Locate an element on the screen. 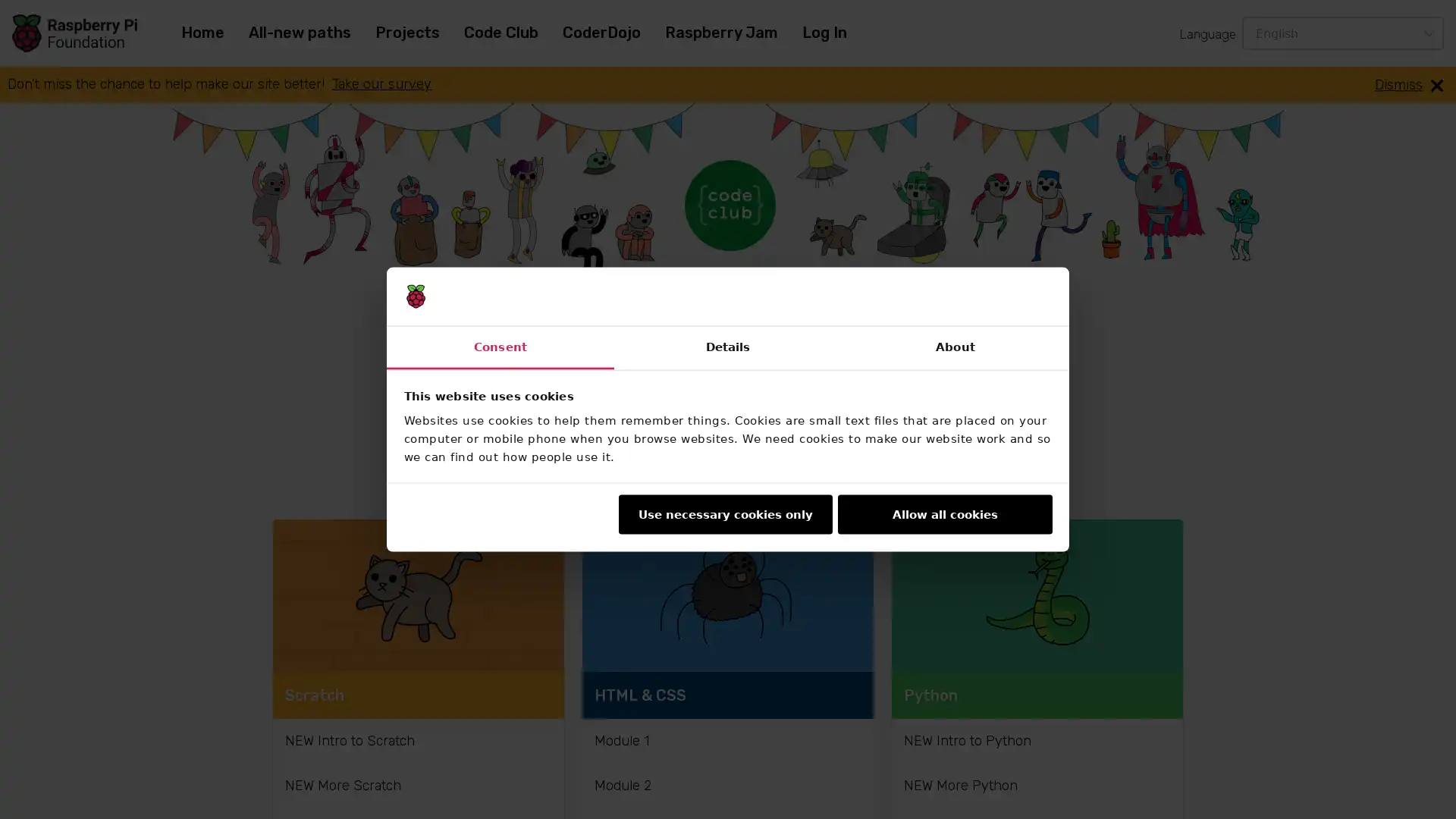 The width and height of the screenshot is (1456, 819). Dismiss is located at coordinates (1408, 84).